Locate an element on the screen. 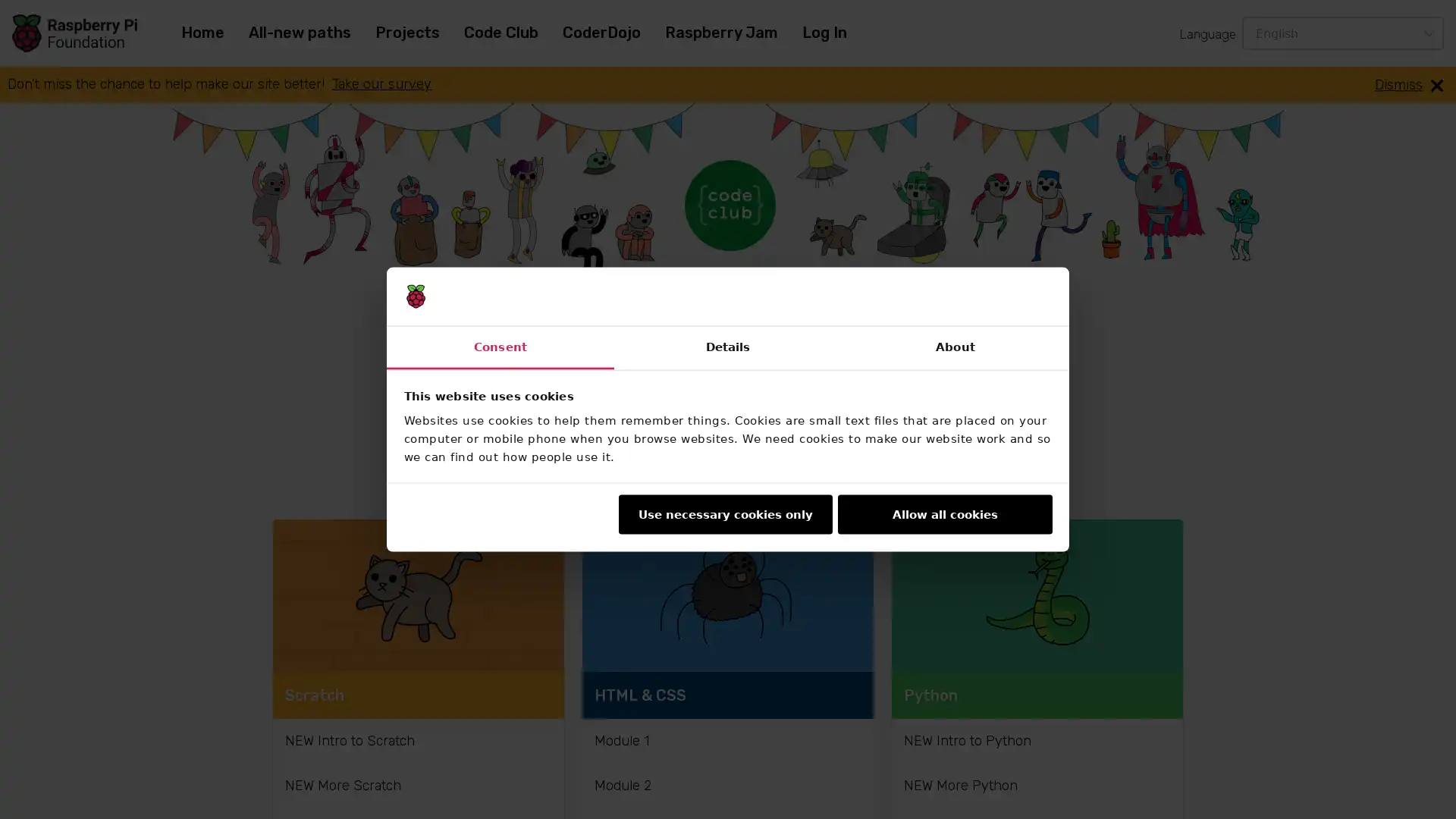 The width and height of the screenshot is (1456, 819). Dismiss is located at coordinates (1408, 84).